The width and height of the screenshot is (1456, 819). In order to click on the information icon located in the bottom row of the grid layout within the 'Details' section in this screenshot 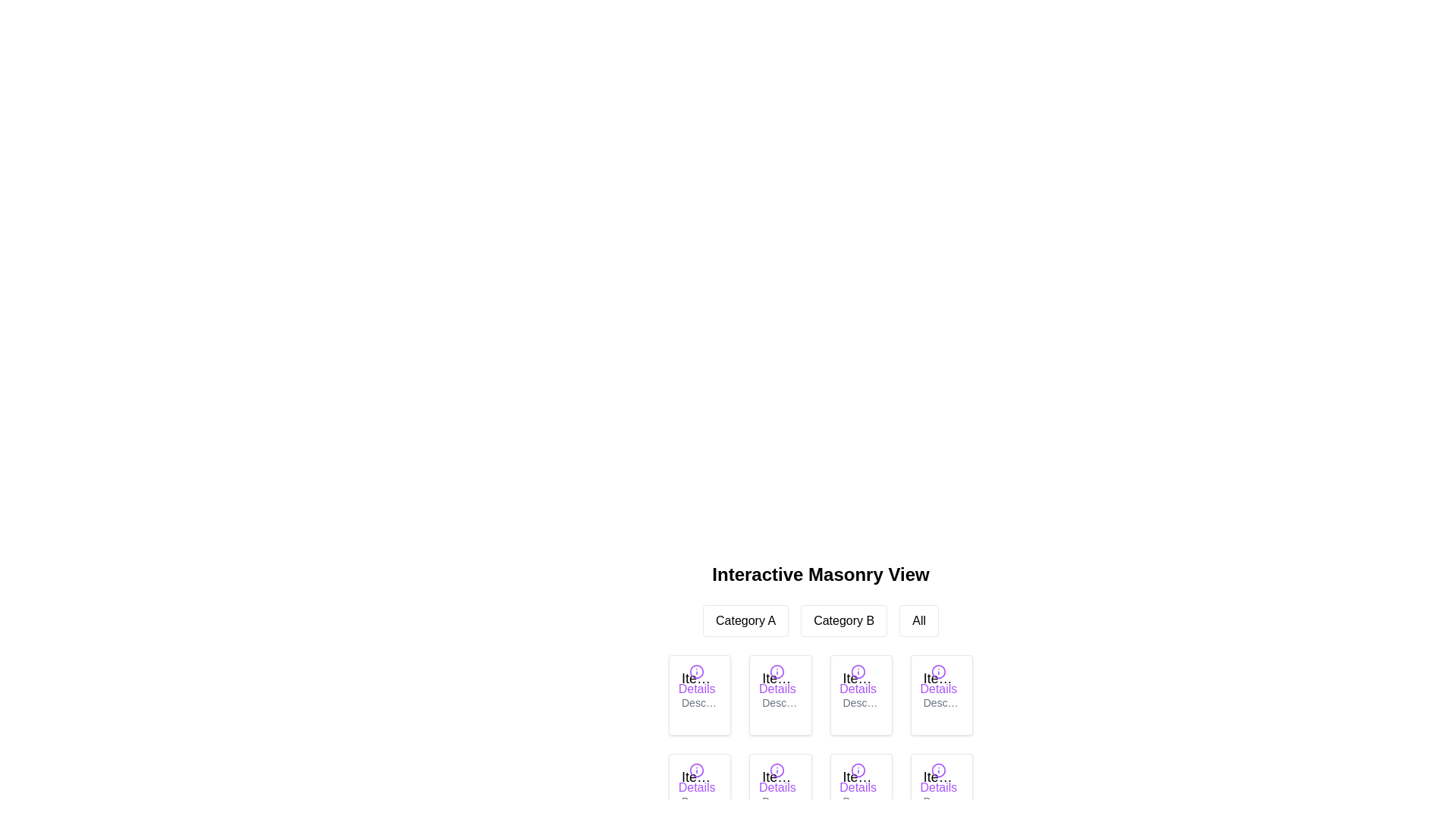, I will do `click(777, 770)`.